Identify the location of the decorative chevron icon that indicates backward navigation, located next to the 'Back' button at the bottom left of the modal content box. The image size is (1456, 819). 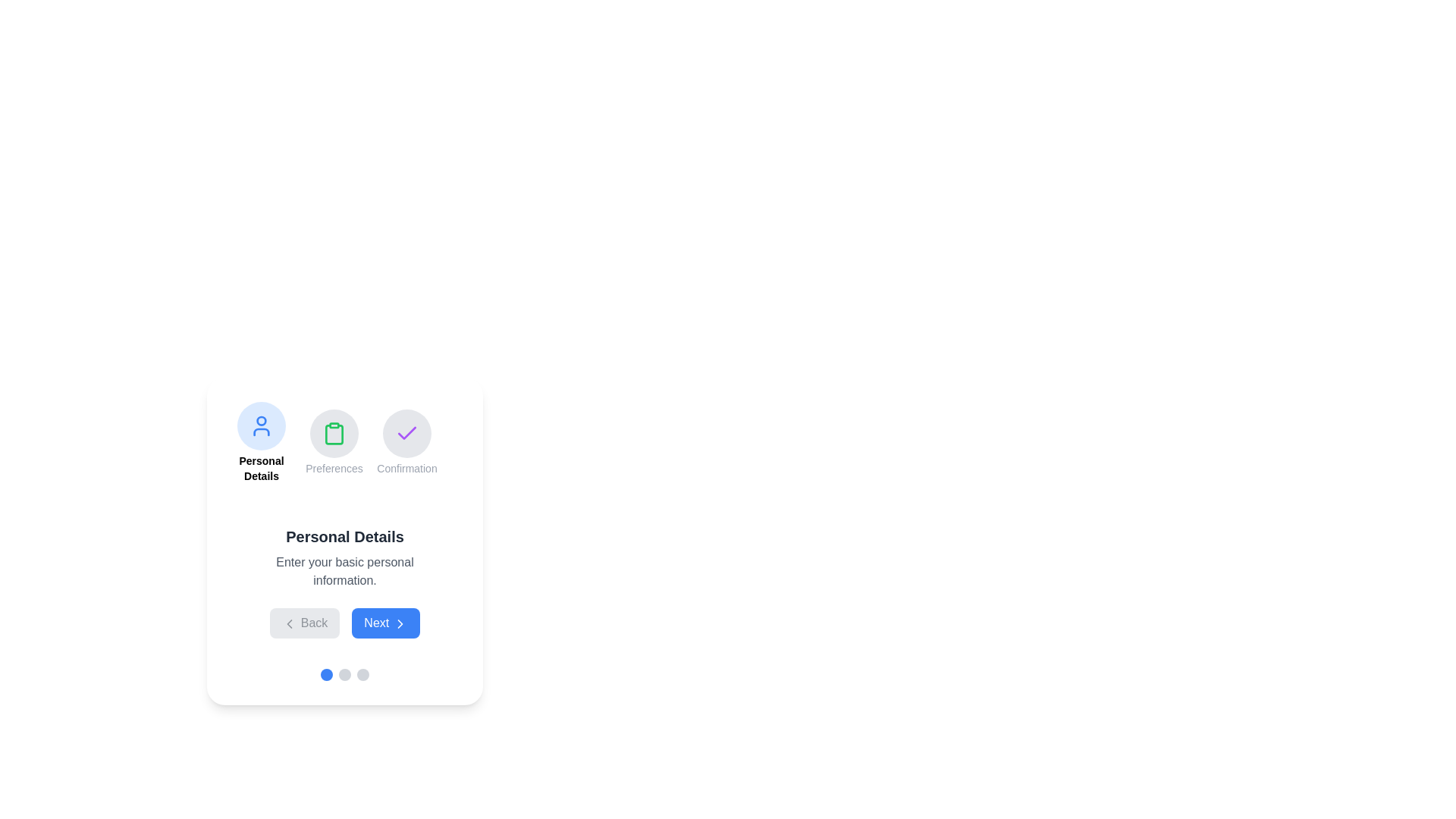
(290, 623).